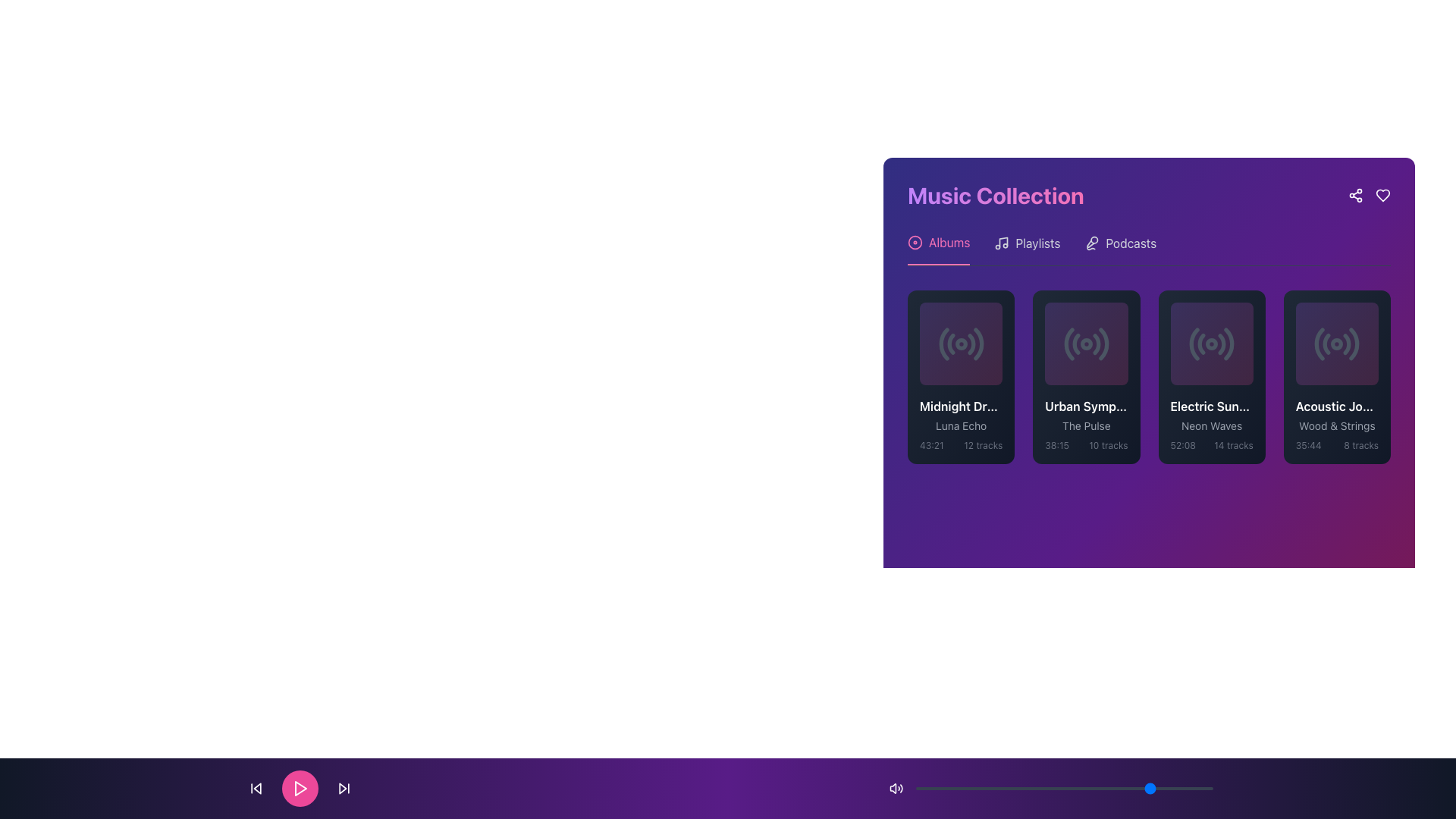 Image resolution: width=1456 pixels, height=819 pixels. What do you see at coordinates (1338, 344) in the screenshot?
I see `the Play Symbol icon located in the fourth playlist card of the Music Collection section for reordering` at bounding box center [1338, 344].